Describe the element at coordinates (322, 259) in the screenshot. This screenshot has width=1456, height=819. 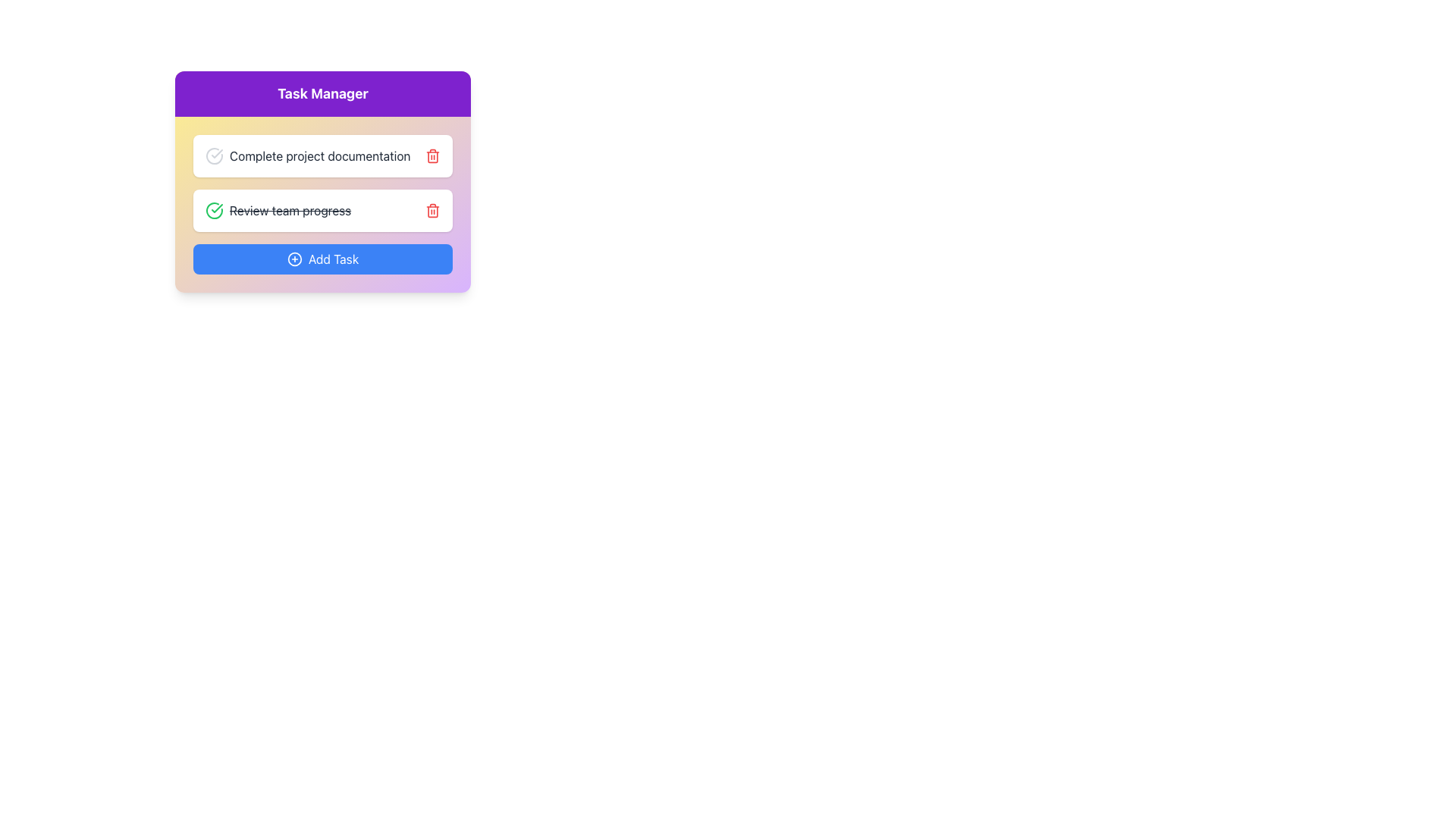
I see `the rectangular blue button with rounded corners labeled 'Add Task' to observe the hover effect that changes its background to a darker blue` at that location.